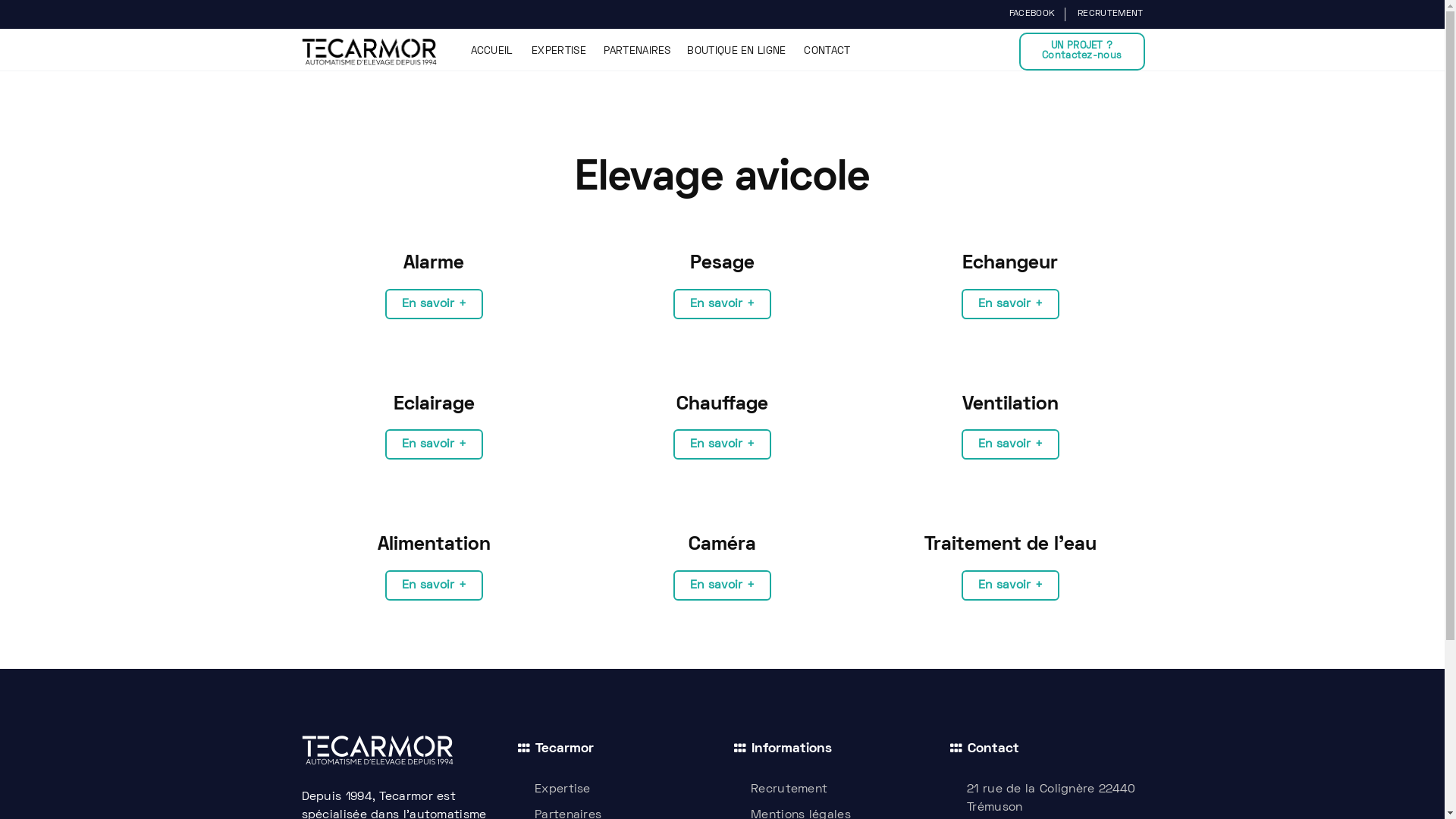 Image resolution: width=1456 pixels, height=819 pixels. What do you see at coordinates (637, 50) in the screenshot?
I see `'PARTENAIRES'` at bounding box center [637, 50].